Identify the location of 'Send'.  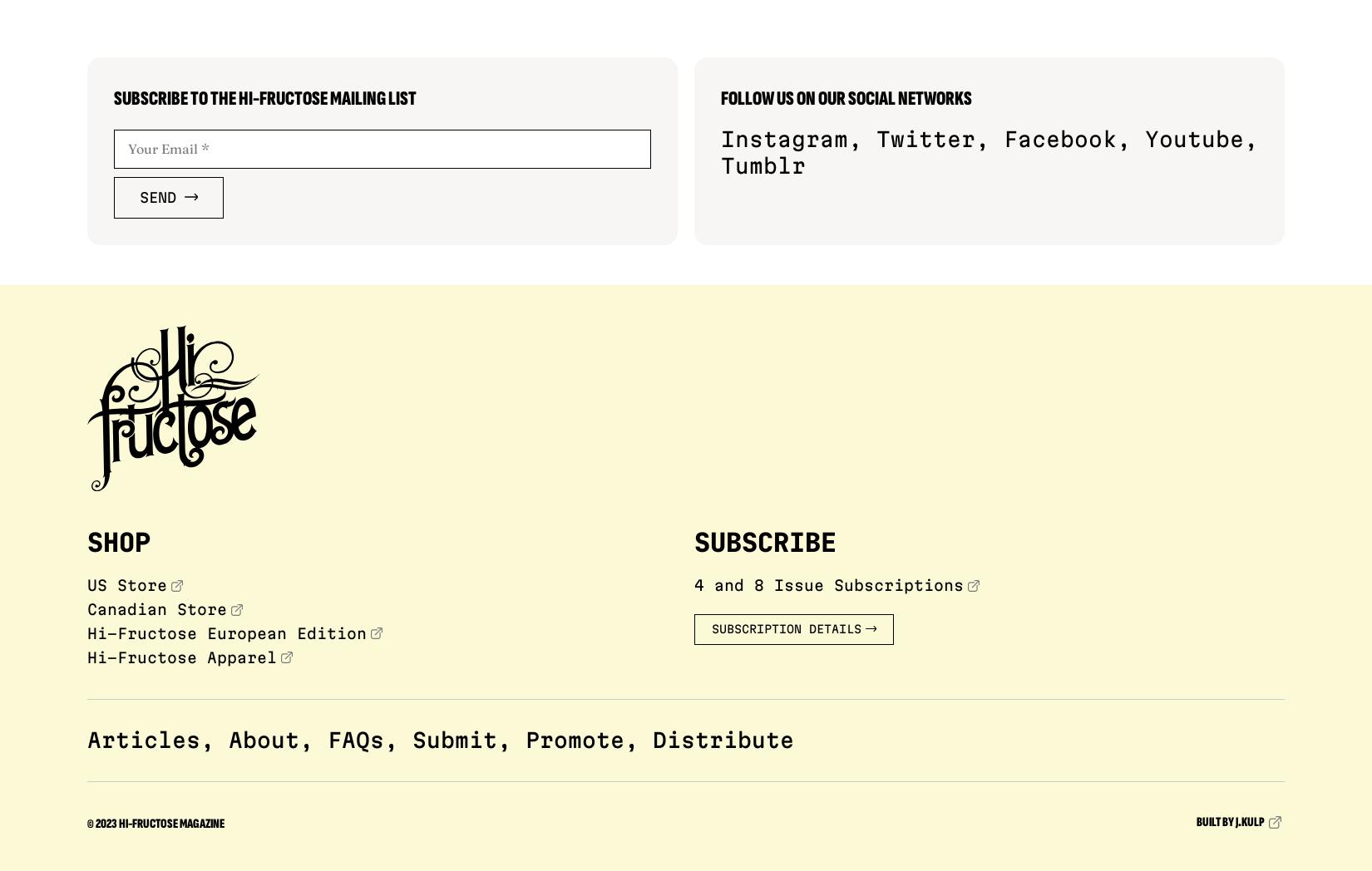
(158, 196).